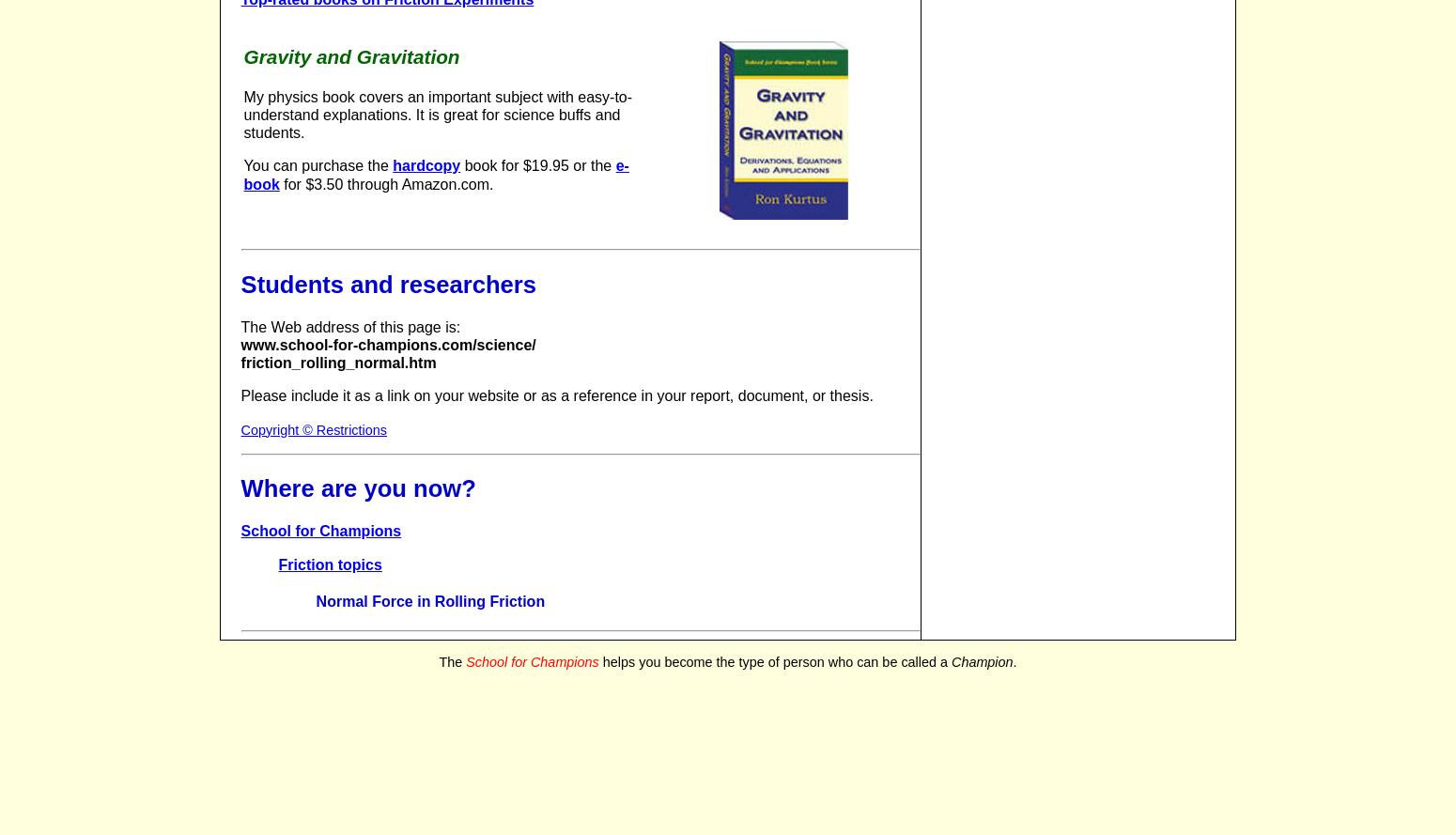 This screenshot has width=1456, height=835. I want to click on 'The Web address of this page is:', so click(349, 325).